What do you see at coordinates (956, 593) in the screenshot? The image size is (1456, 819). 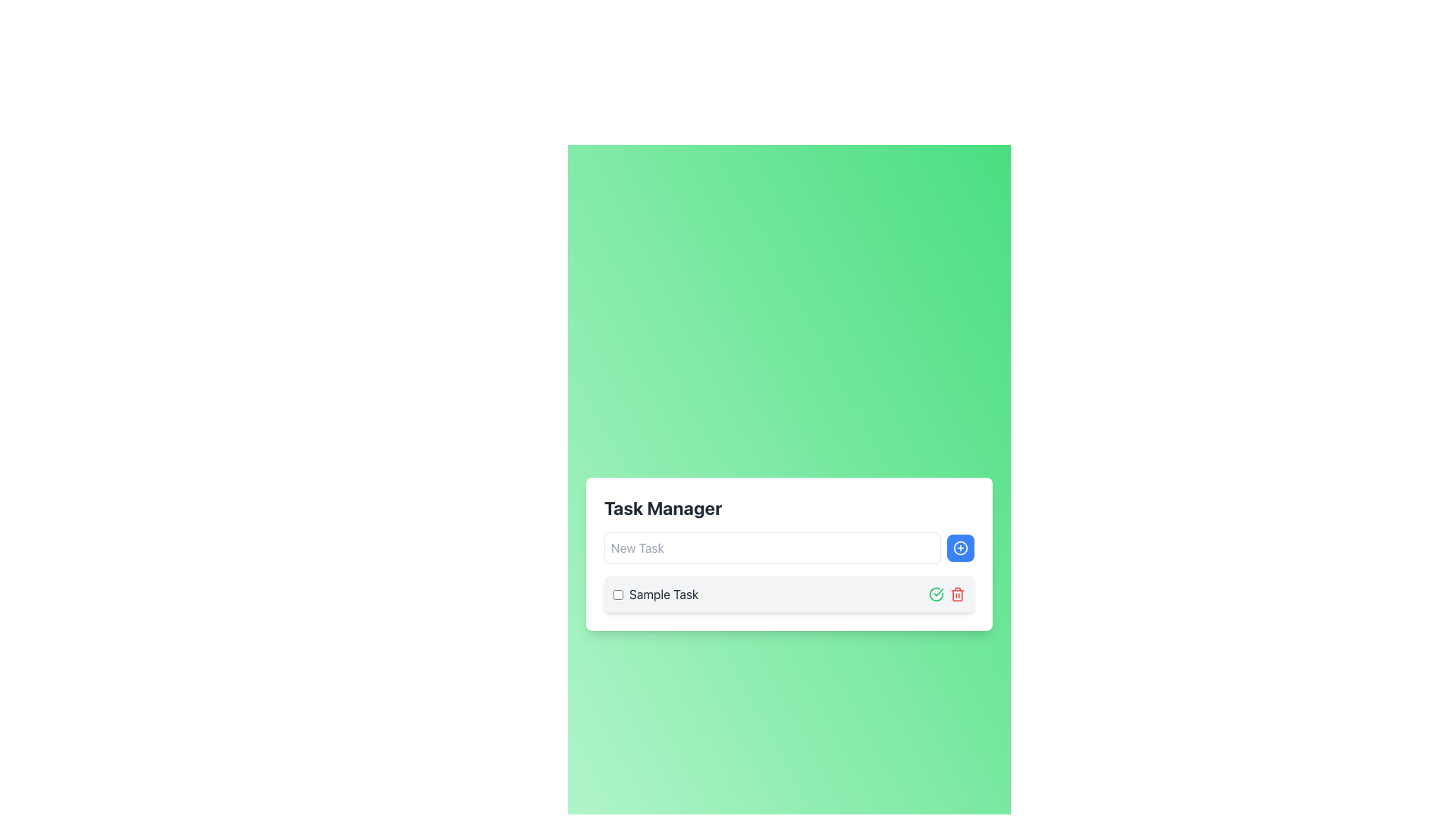 I see `the trash can icon button located in the lower-right part of the interface` at bounding box center [956, 593].